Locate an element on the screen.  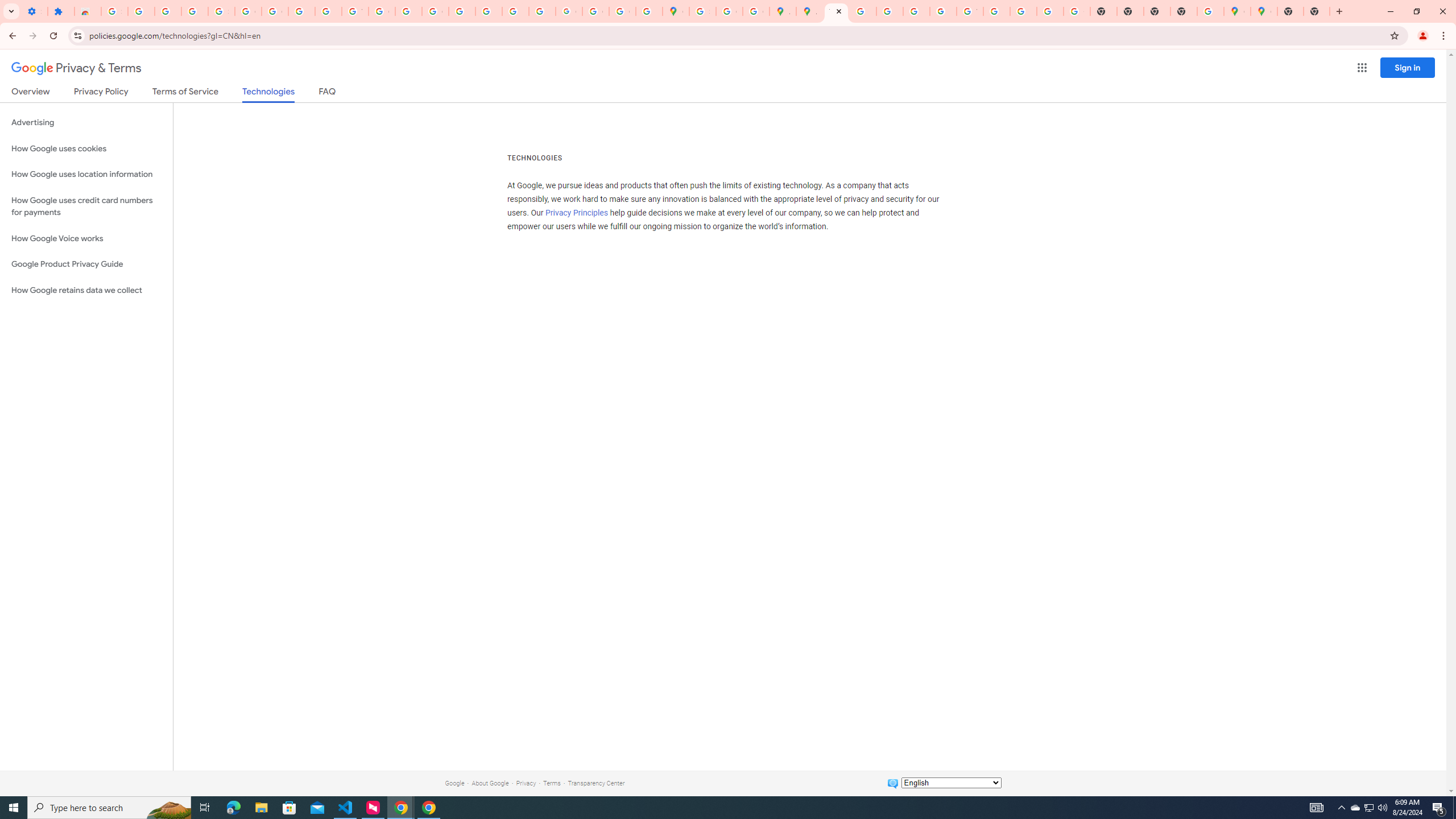
'New Tab' is located at coordinates (1317, 11).